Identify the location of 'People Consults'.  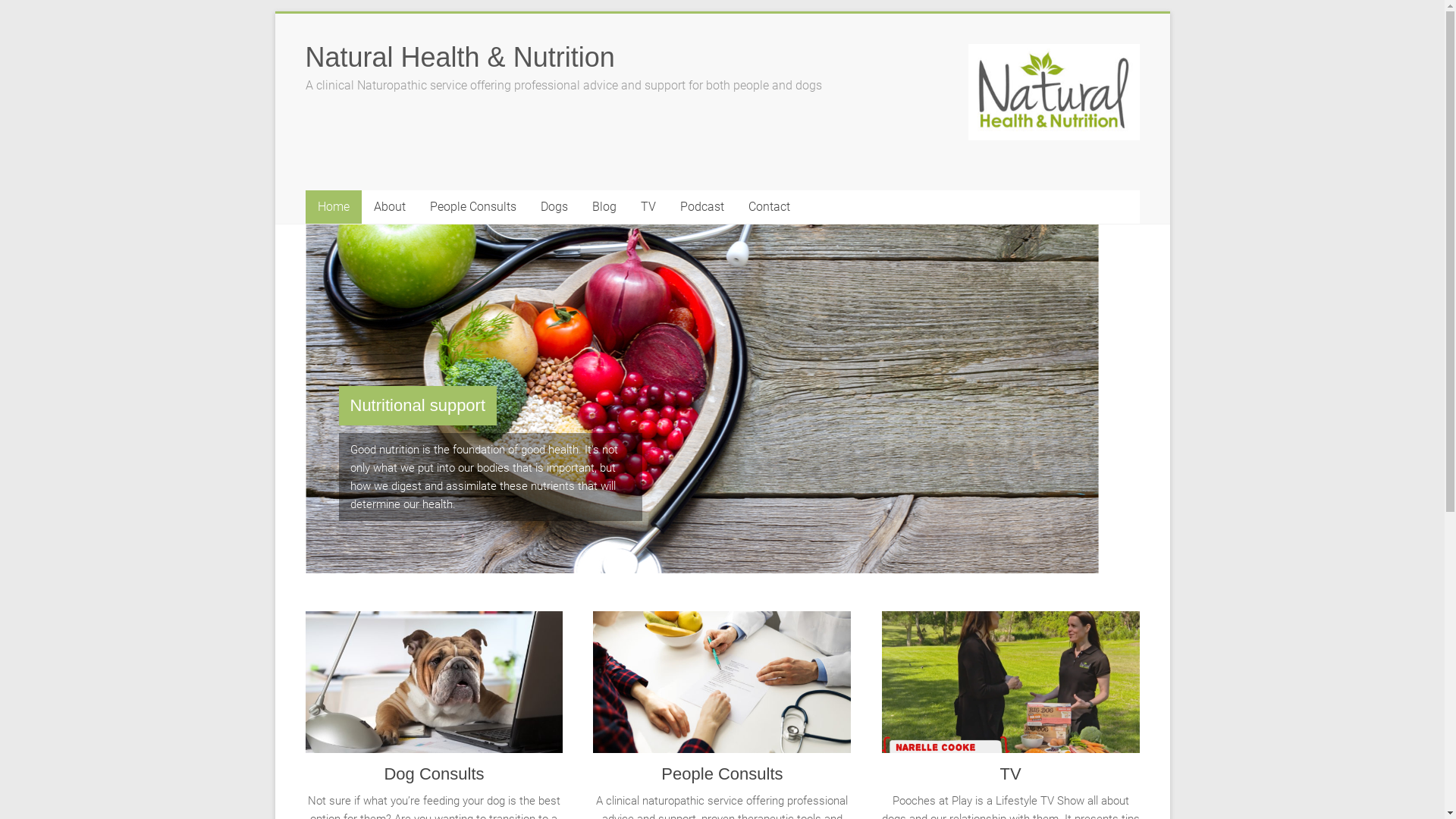
(417, 207).